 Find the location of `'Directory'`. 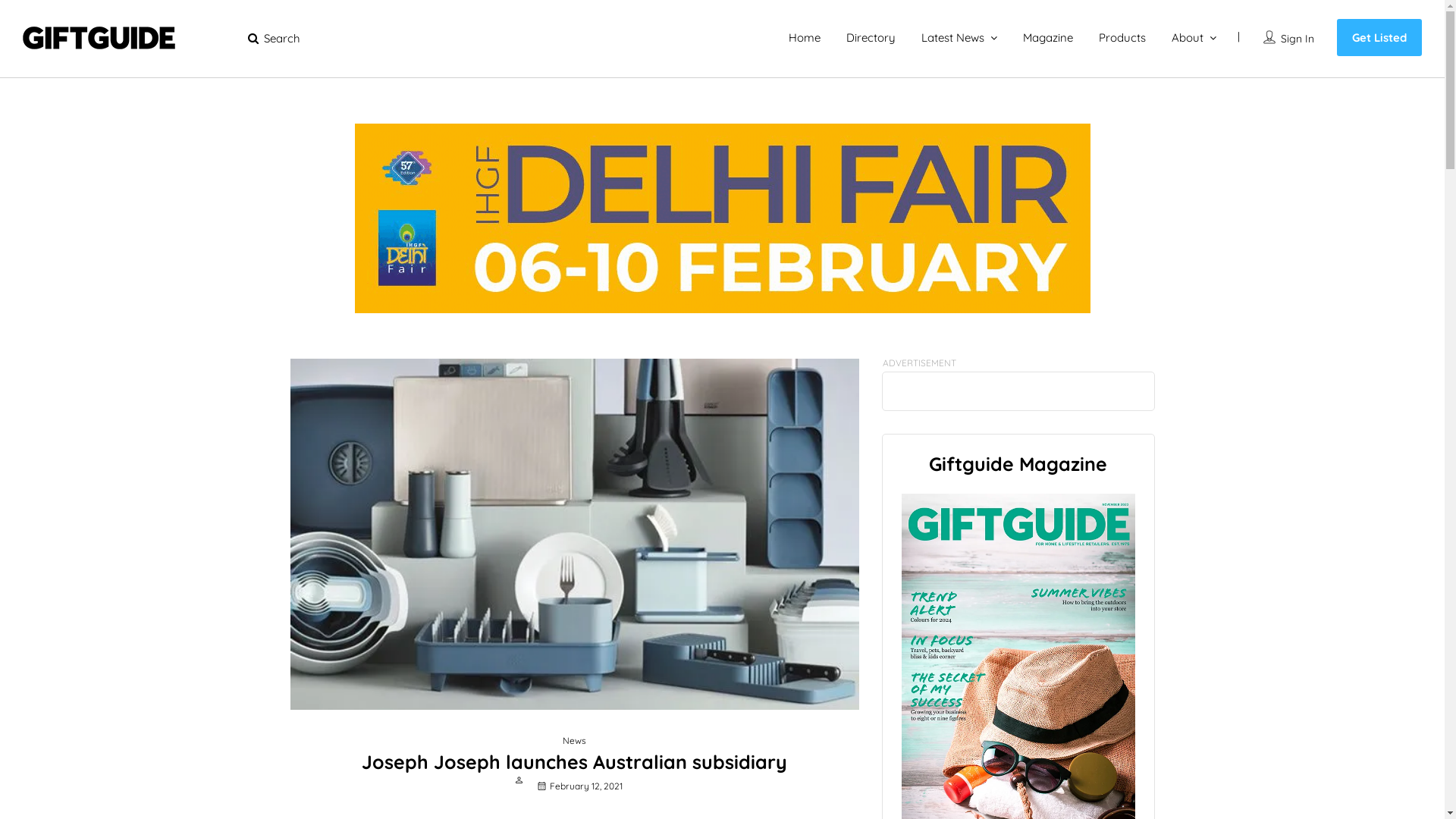

'Directory' is located at coordinates (871, 36).